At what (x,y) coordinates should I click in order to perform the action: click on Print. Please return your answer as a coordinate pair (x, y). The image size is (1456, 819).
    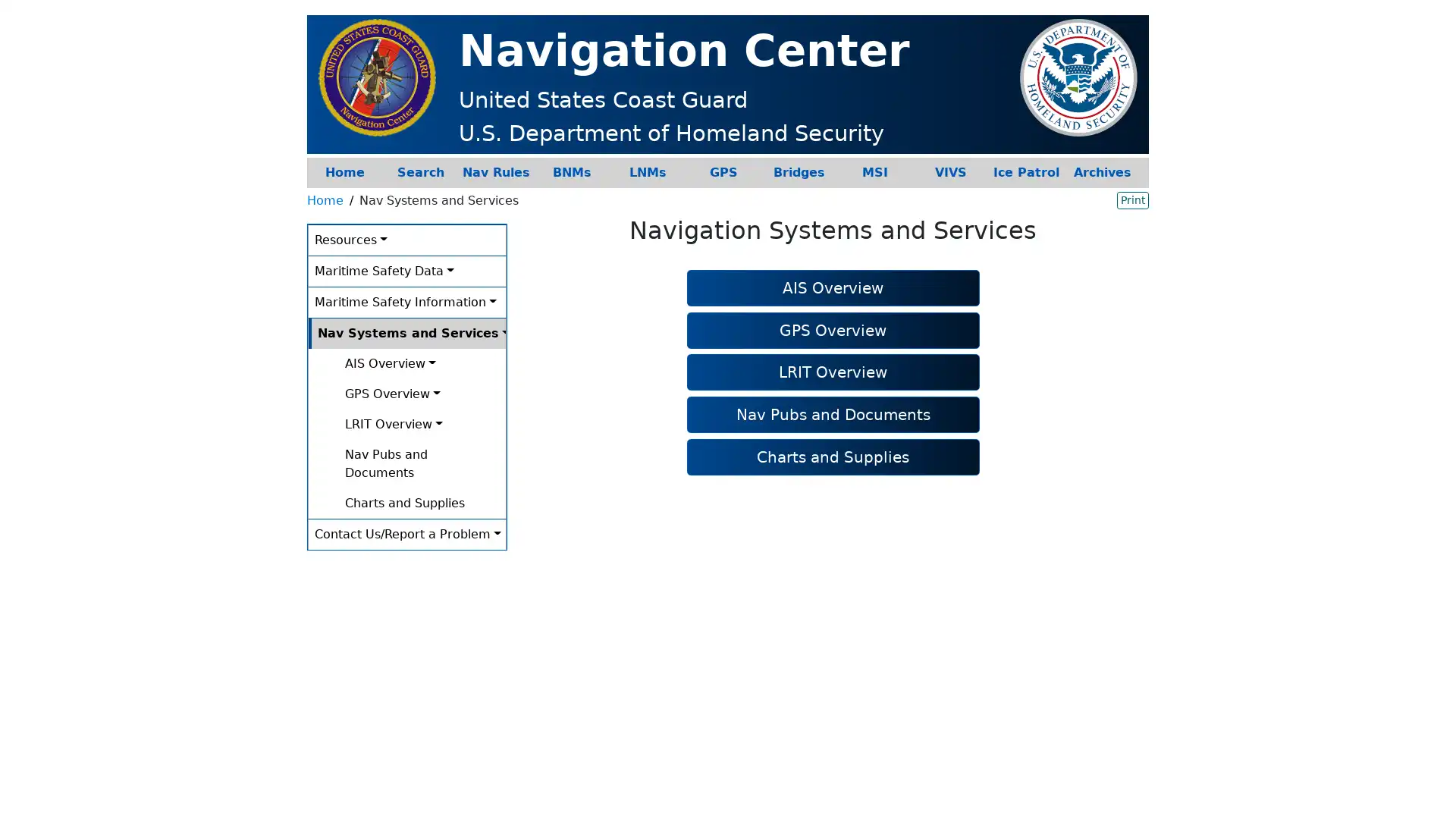
    Looking at the image, I should click on (1132, 199).